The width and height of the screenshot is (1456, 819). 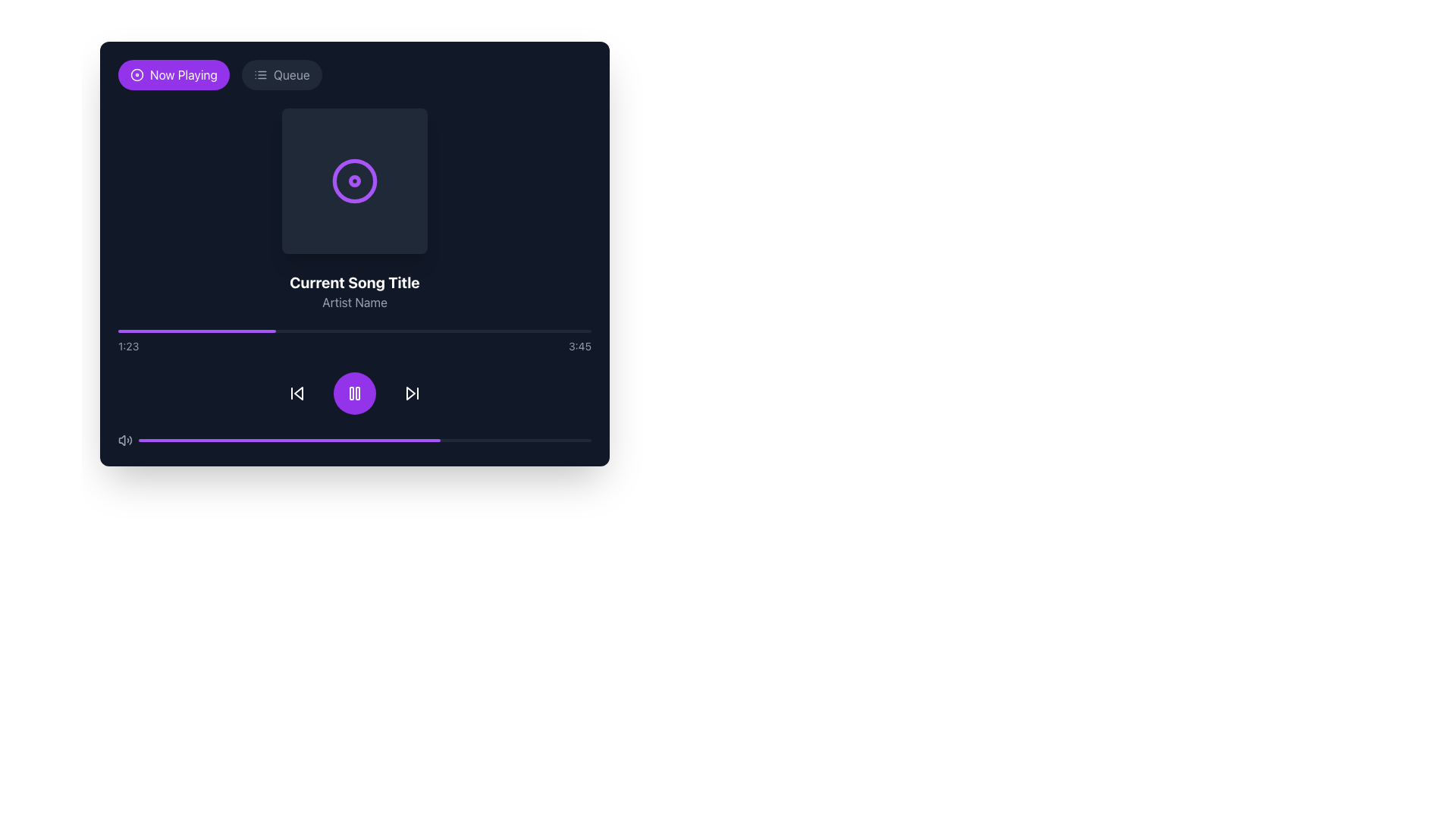 I want to click on the animation of the interactive visual representation located below the 'Now Playing' header and above the song title and artist information, so click(x=353, y=180).